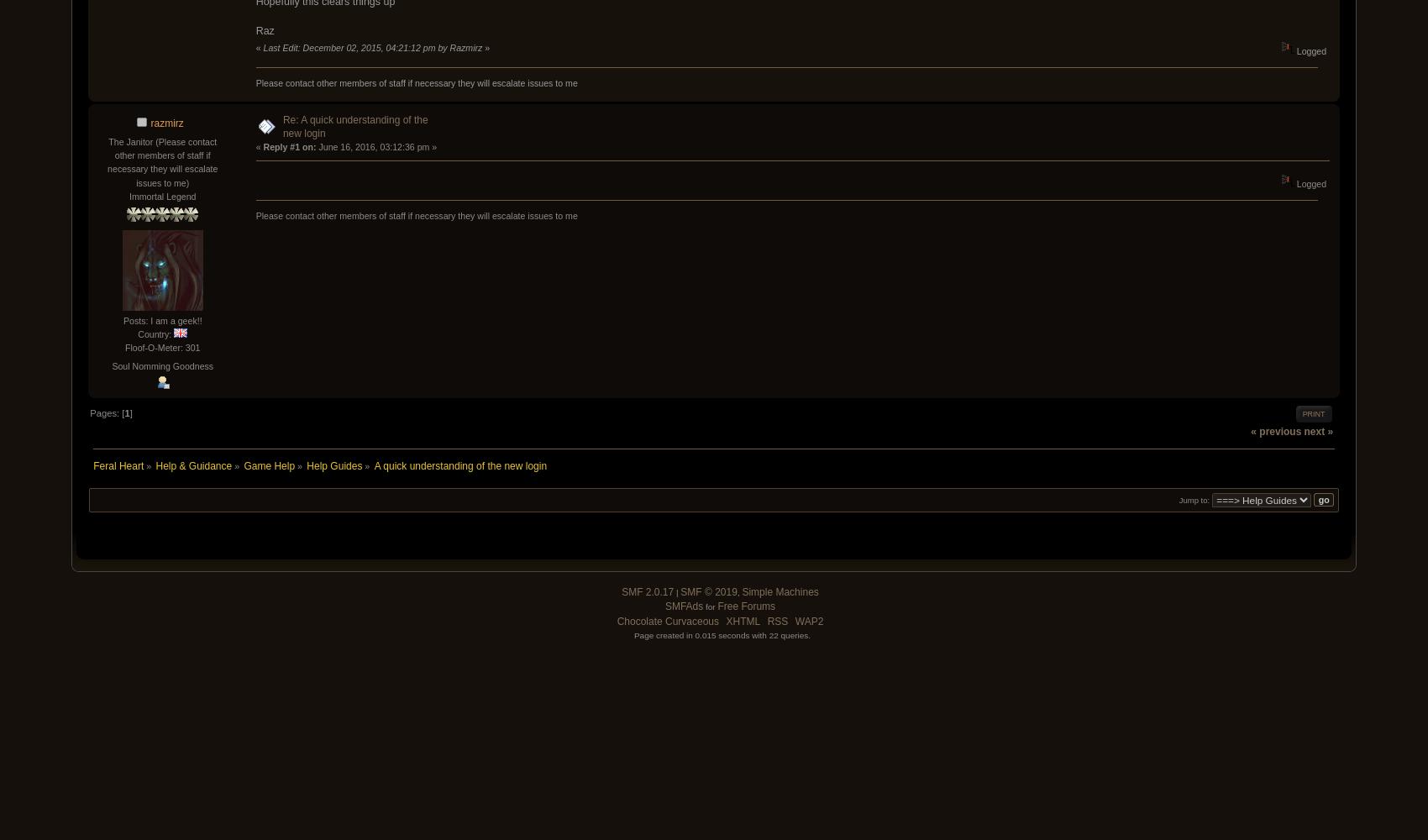 The width and height of the screenshot is (1428, 840). I want to click on 'Jump to:', so click(1193, 498).